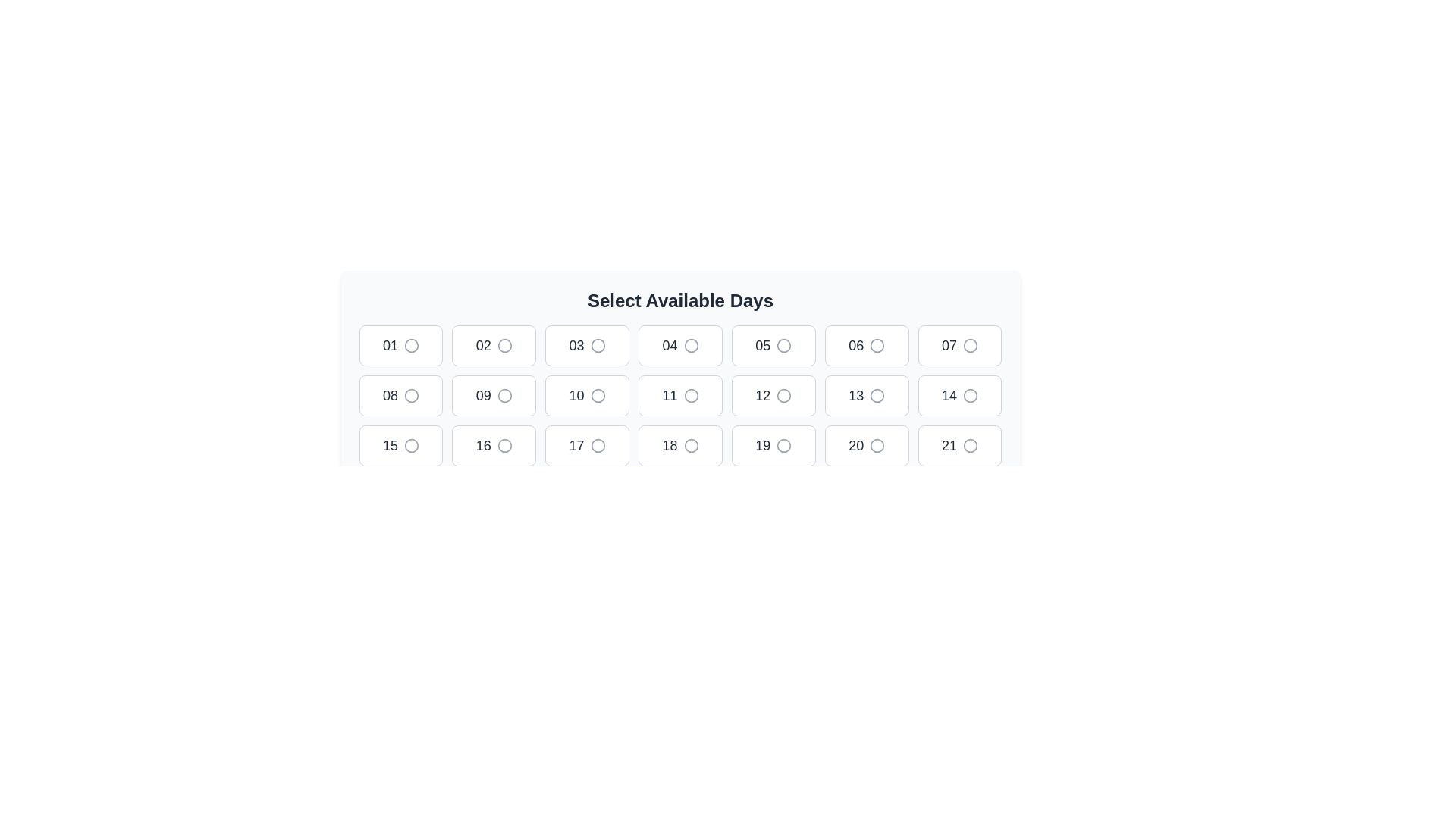 The width and height of the screenshot is (1456, 819). I want to click on the selectable day indicator button for day '18' located in the third row and fourth column of the calendar interface, so click(679, 444).